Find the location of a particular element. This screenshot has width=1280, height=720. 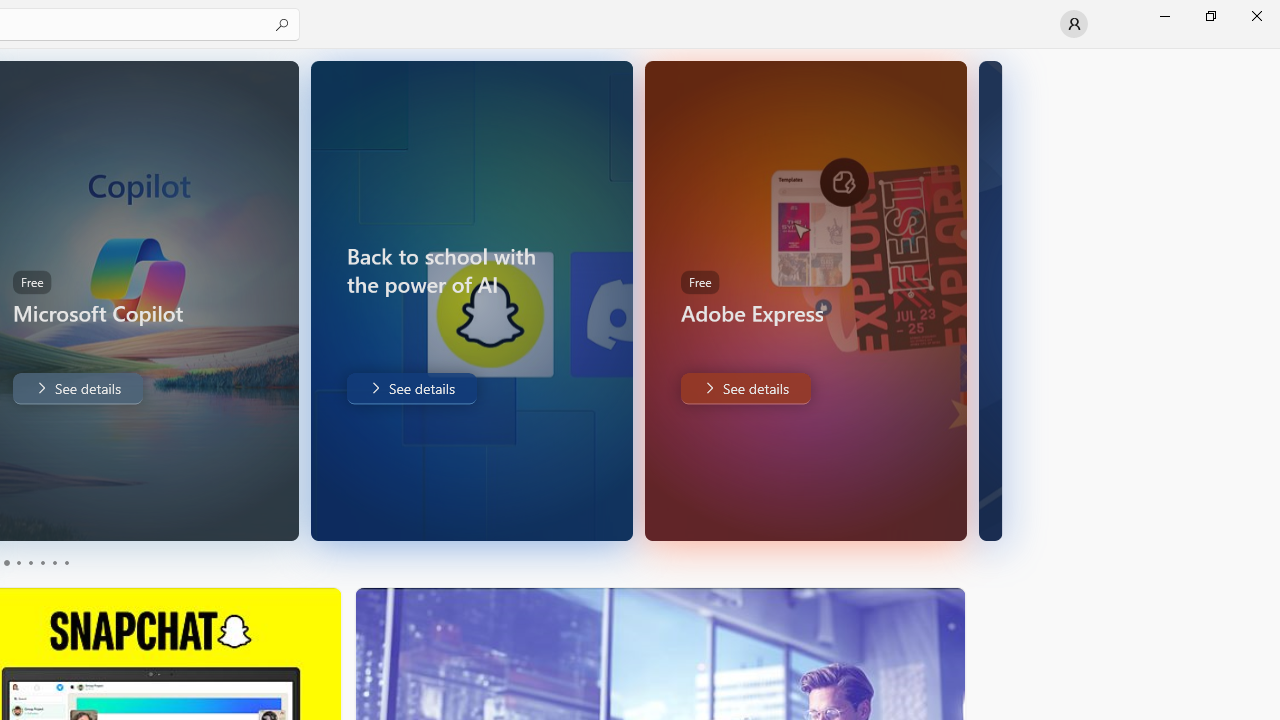

'Close Microsoft Store' is located at coordinates (1255, 15).